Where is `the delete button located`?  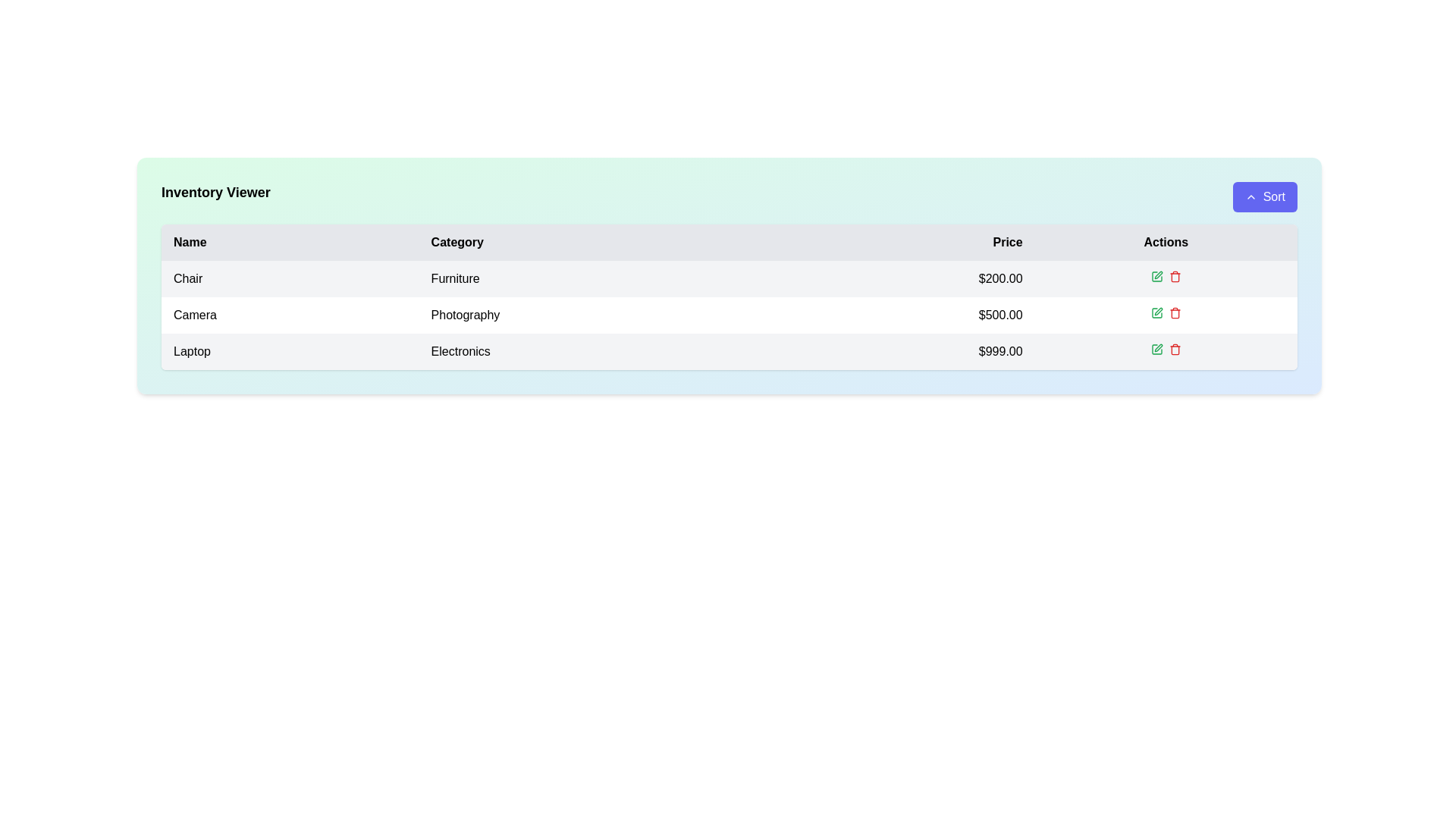 the delete button located is located at coordinates (1174, 350).